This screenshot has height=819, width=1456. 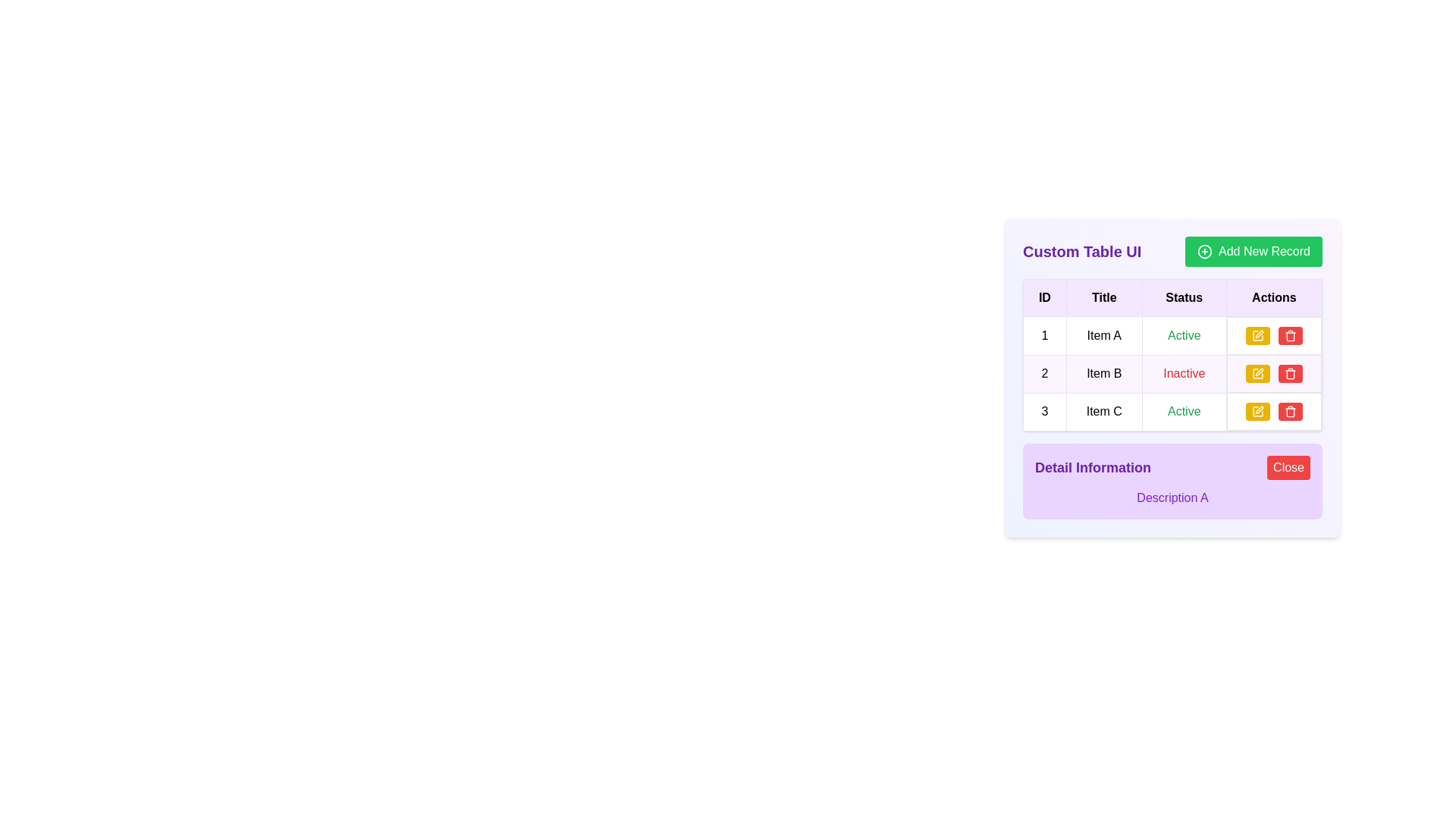 I want to click on the edit icon button with a pen symbol on a yellow background located in the 'Actions' column next to 'Item B', so click(x=1257, y=374).